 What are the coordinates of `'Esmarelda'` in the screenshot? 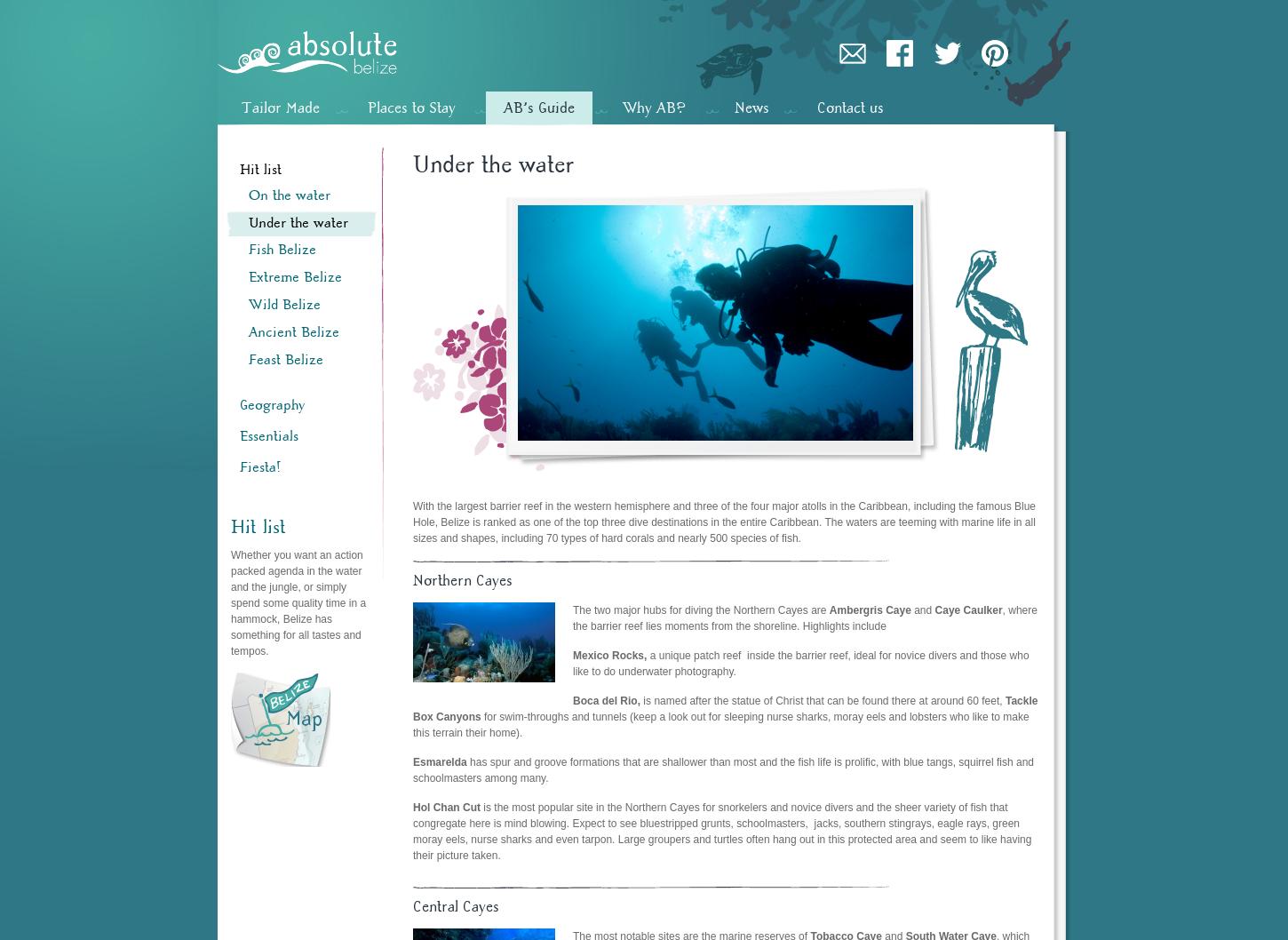 It's located at (440, 760).